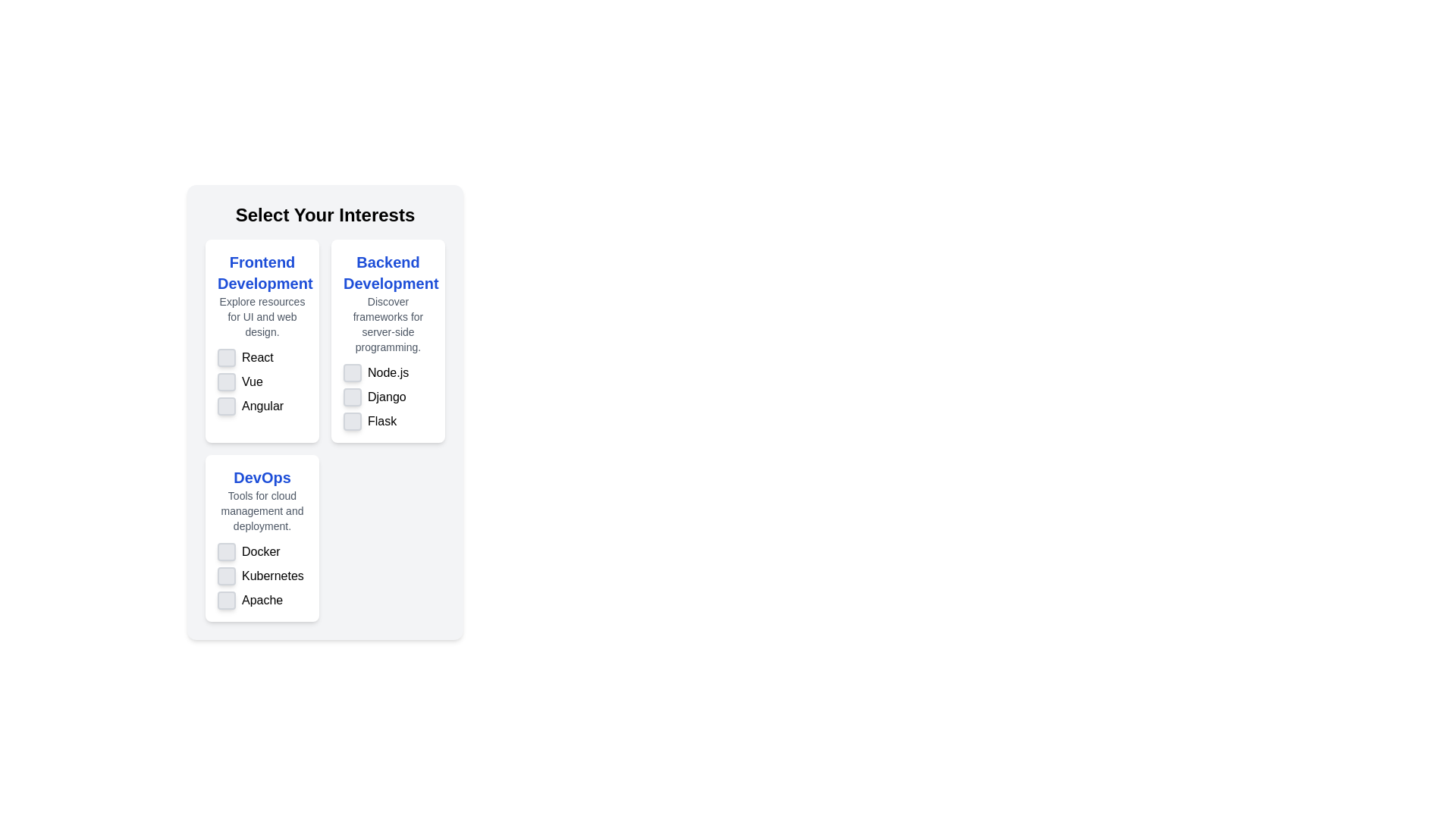  Describe the element at coordinates (388, 397) in the screenshot. I see `text of the label displaying 'Django', which is the second checkbox option in the 'Backend Development' section` at that location.